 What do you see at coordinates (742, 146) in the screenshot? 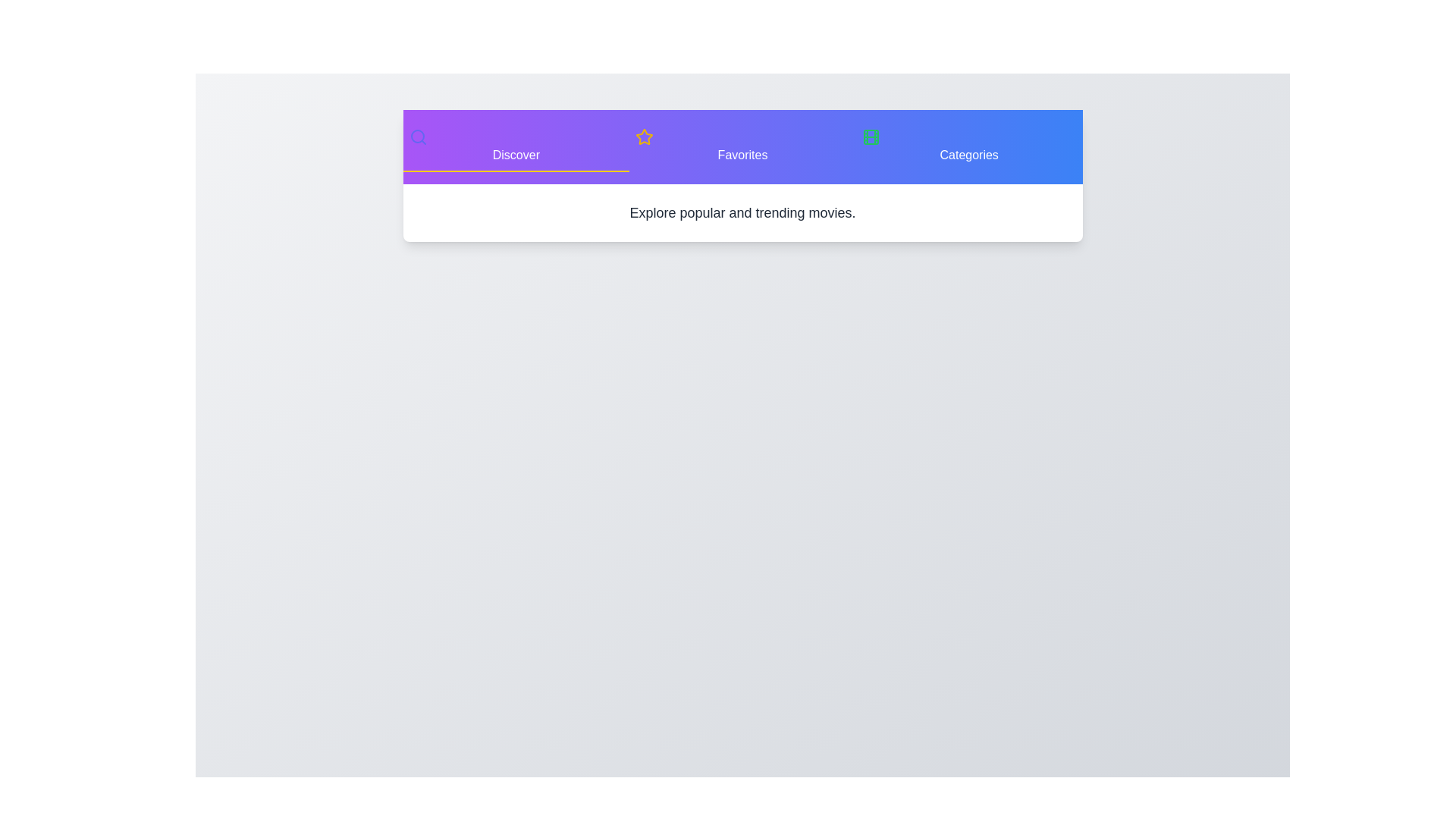
I see `the tab button labeled Favorites to switch to that tab` at bounding box center [742, 146].